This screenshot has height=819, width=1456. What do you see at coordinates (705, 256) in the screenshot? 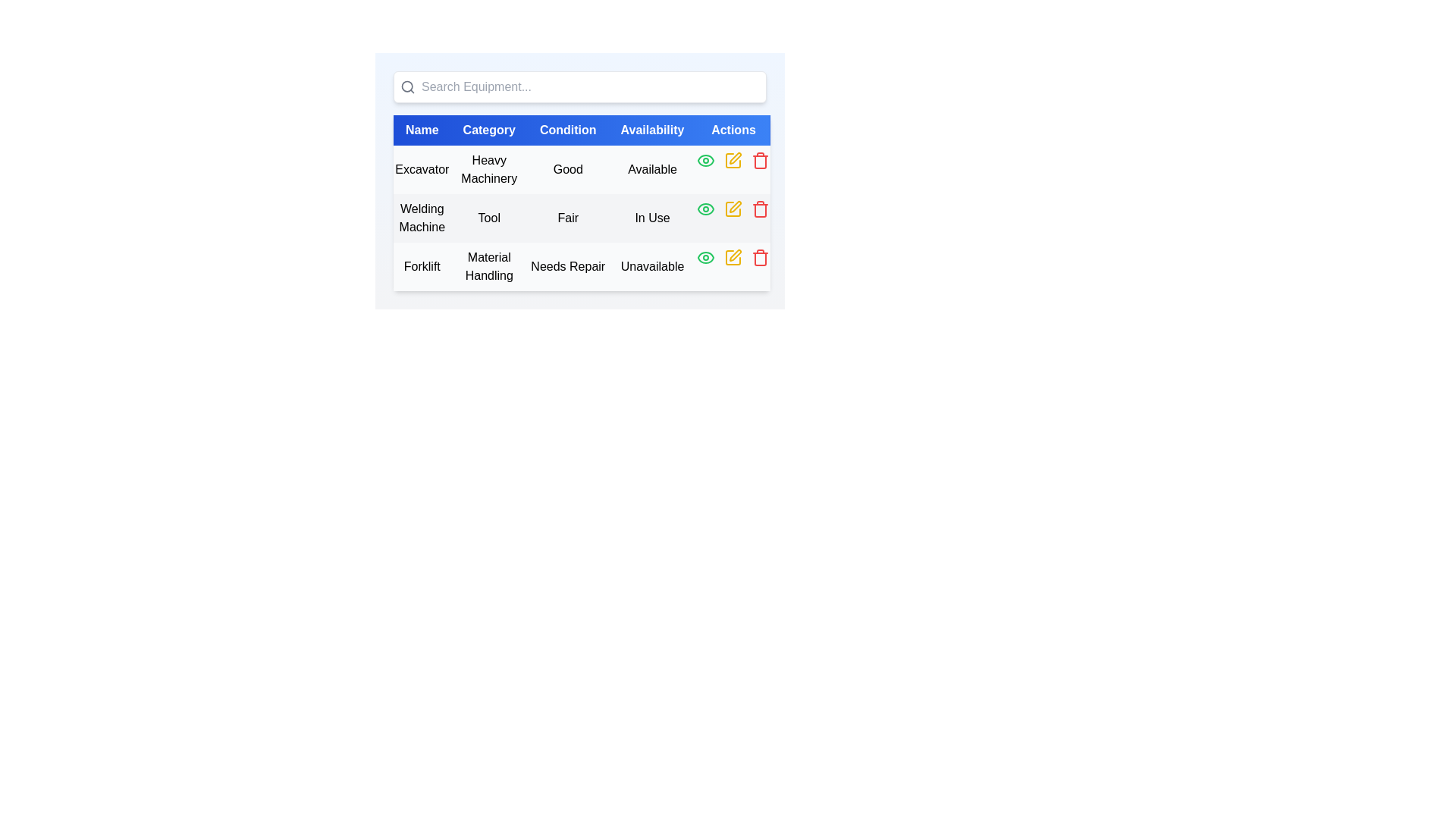
I see `the green eye icon button in the last row of the actions column related to 'Forklift'` at bounding box center [705, 256].